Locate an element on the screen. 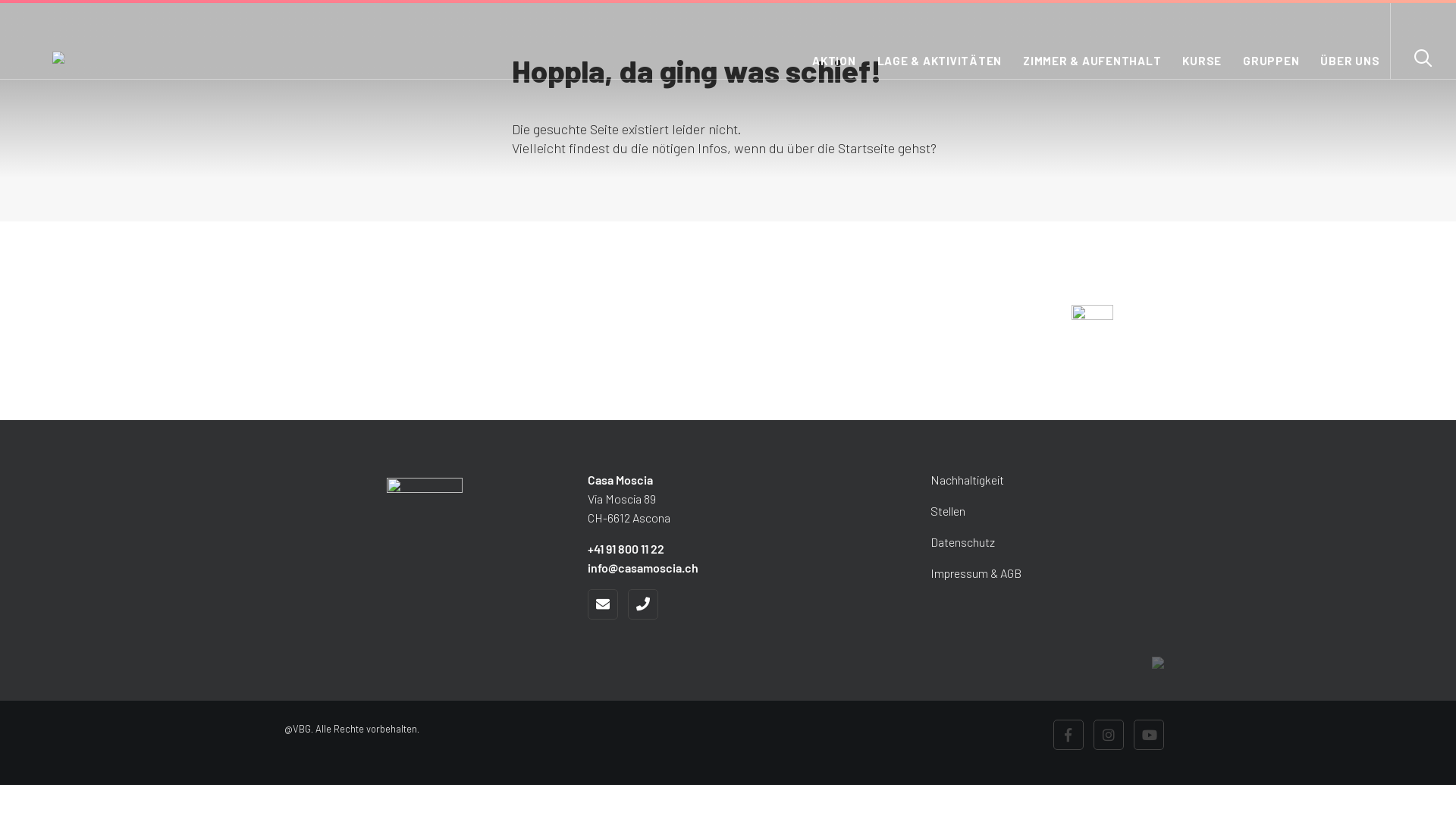  '+41 91 800 11 22' is located at coordinates (626, 548).